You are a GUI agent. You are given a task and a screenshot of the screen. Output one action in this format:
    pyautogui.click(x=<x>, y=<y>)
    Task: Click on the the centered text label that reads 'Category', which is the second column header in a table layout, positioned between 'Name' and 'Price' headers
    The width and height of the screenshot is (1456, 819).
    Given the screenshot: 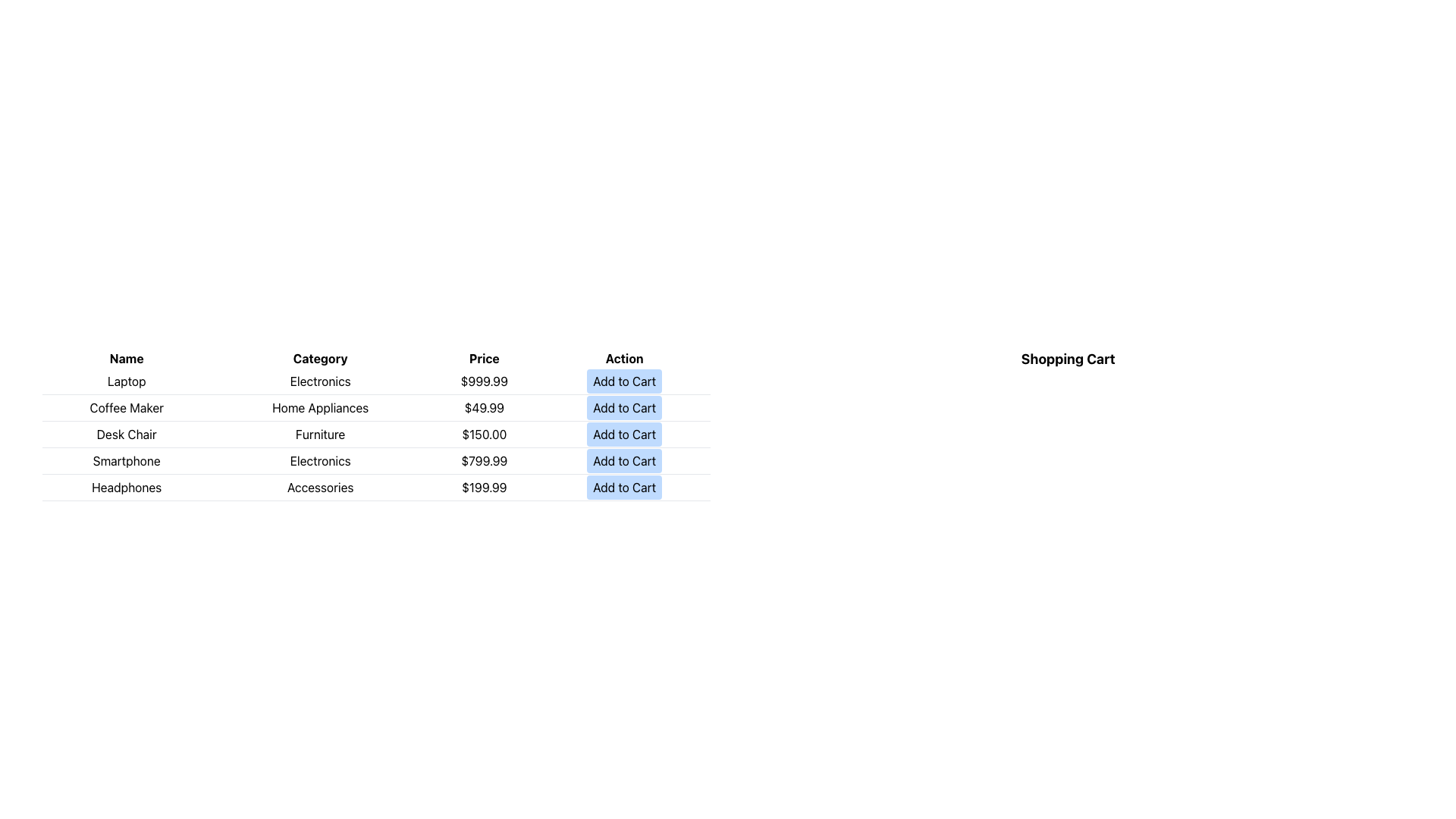 What is the action you would take?
    pyautogui.click(x=319, y=359)
    